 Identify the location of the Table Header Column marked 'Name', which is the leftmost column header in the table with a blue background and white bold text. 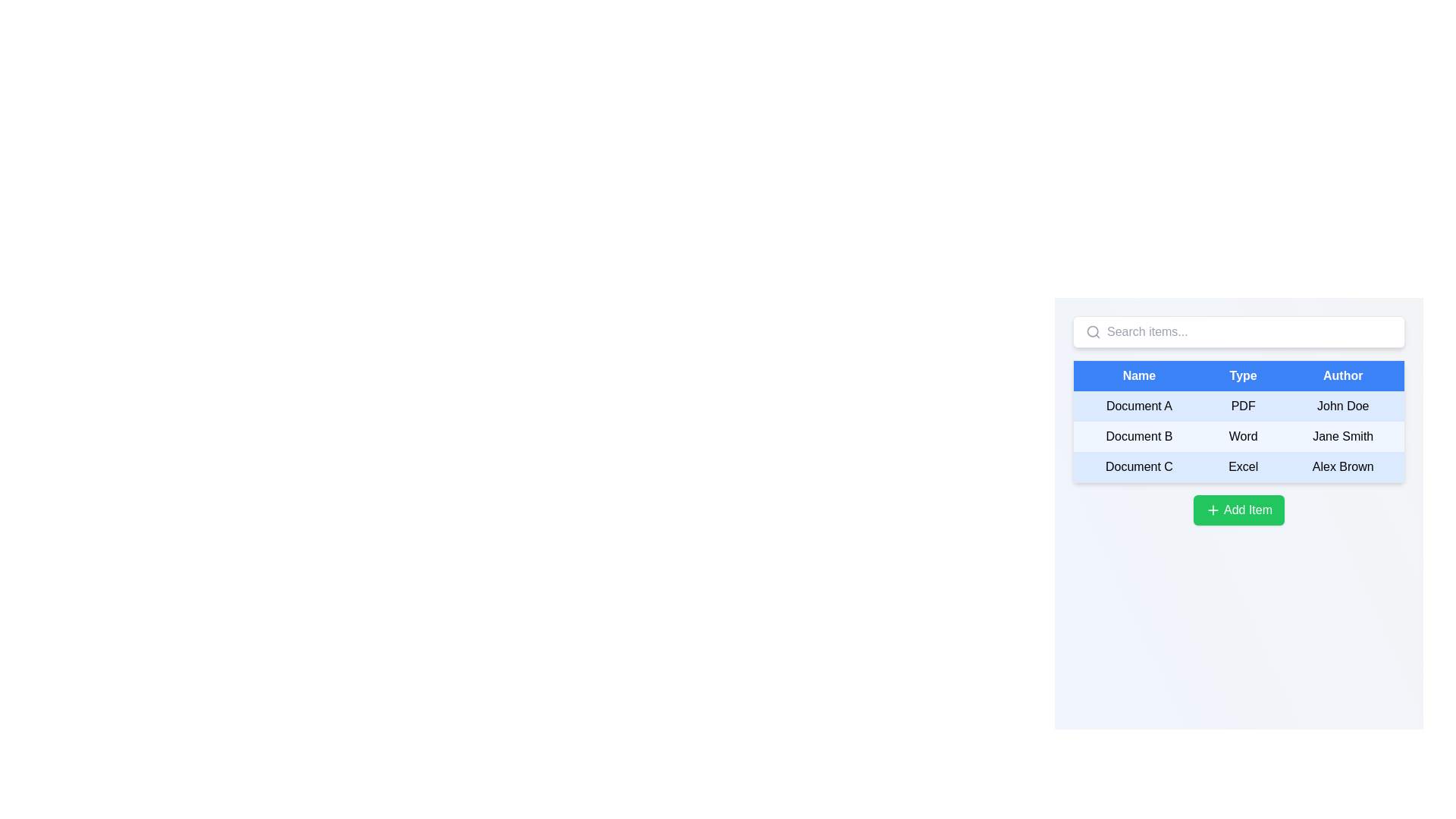
(1139, 375).